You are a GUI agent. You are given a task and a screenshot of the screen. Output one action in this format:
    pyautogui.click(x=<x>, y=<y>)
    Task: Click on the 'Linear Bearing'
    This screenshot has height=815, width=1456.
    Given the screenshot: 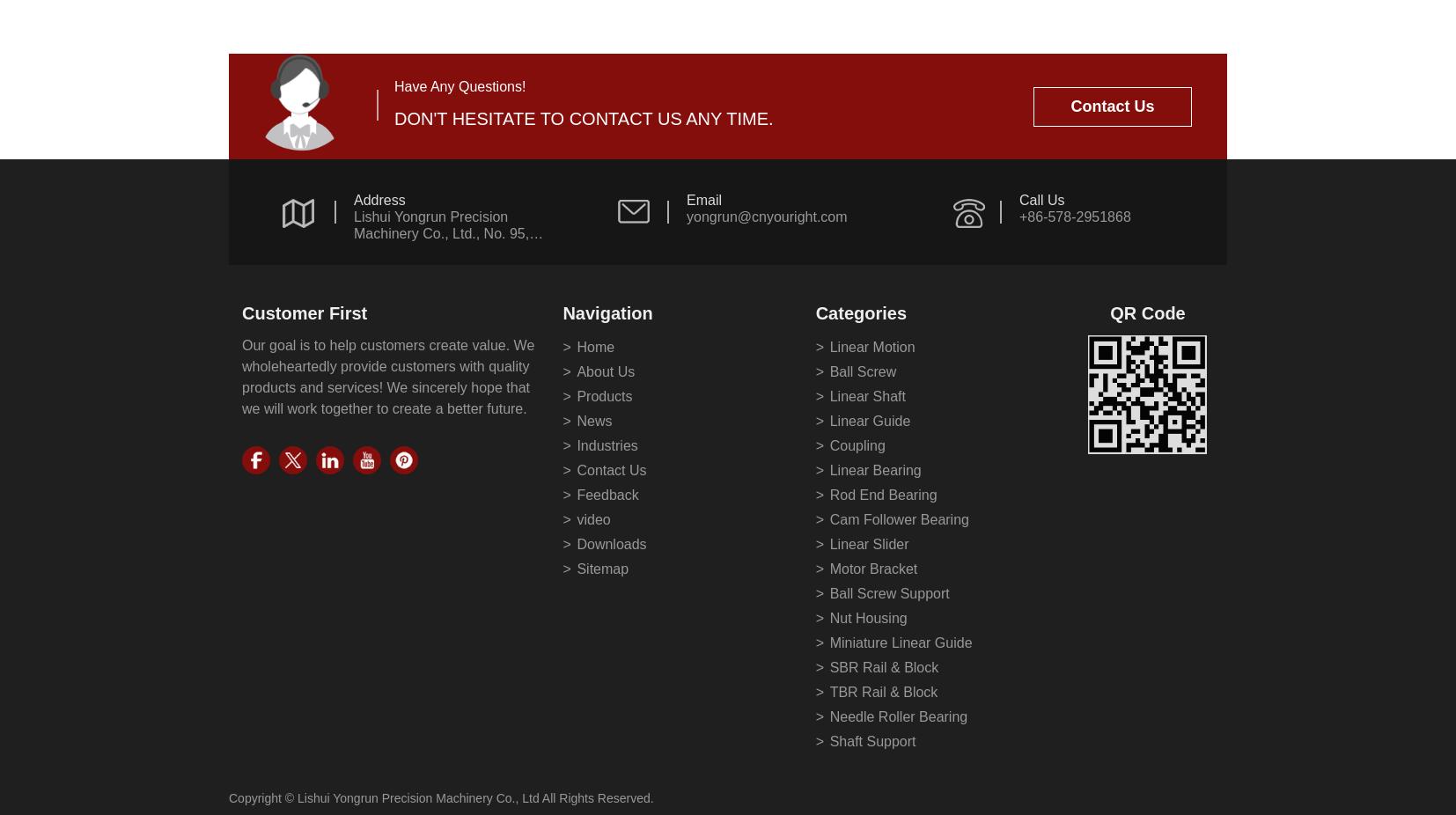 What is the action you would take?
    pyautogui.click(x=874, y=469)
    